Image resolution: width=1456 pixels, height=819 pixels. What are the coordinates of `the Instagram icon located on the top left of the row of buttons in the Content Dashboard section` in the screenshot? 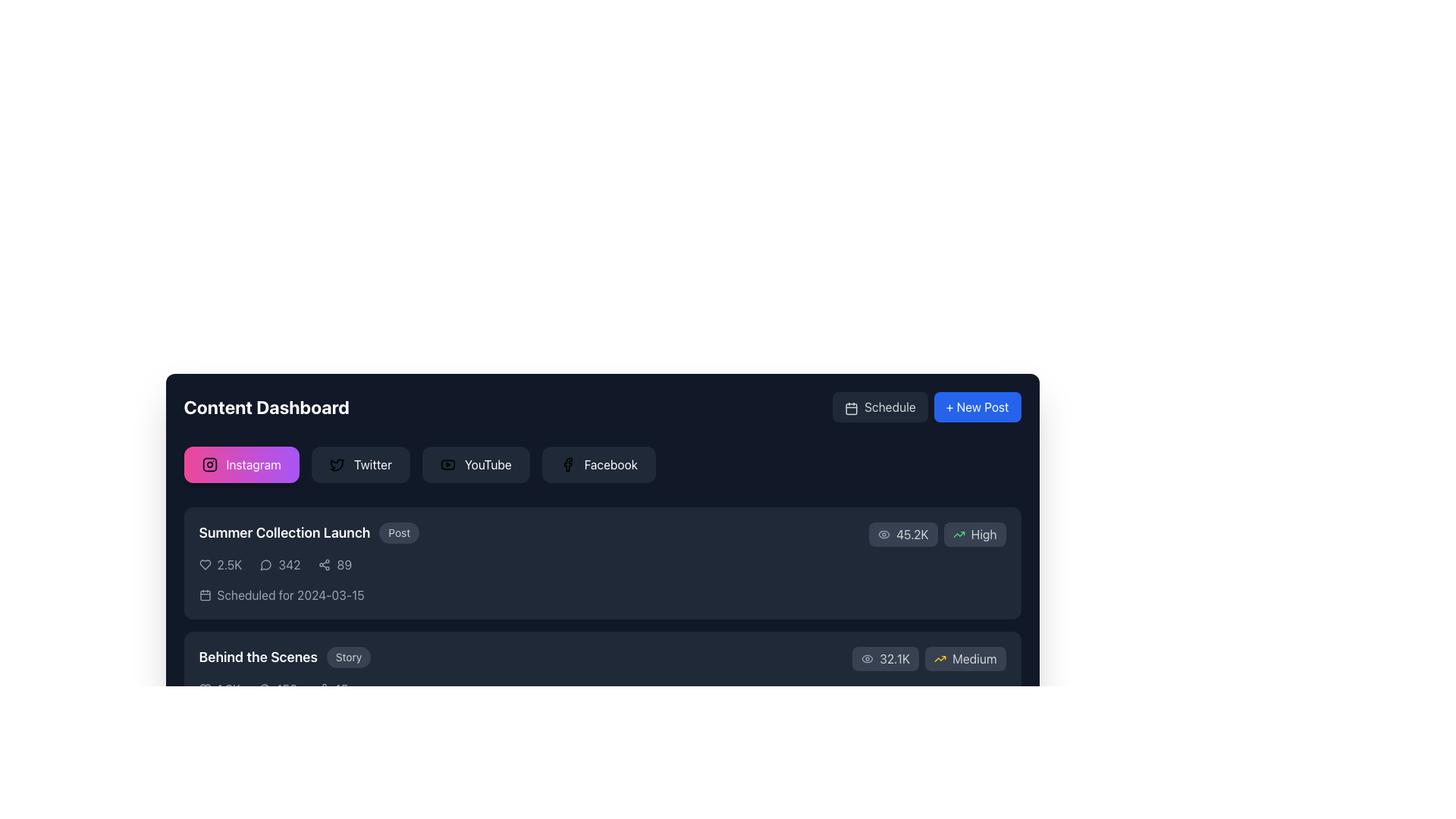 It's located at (209, 464).